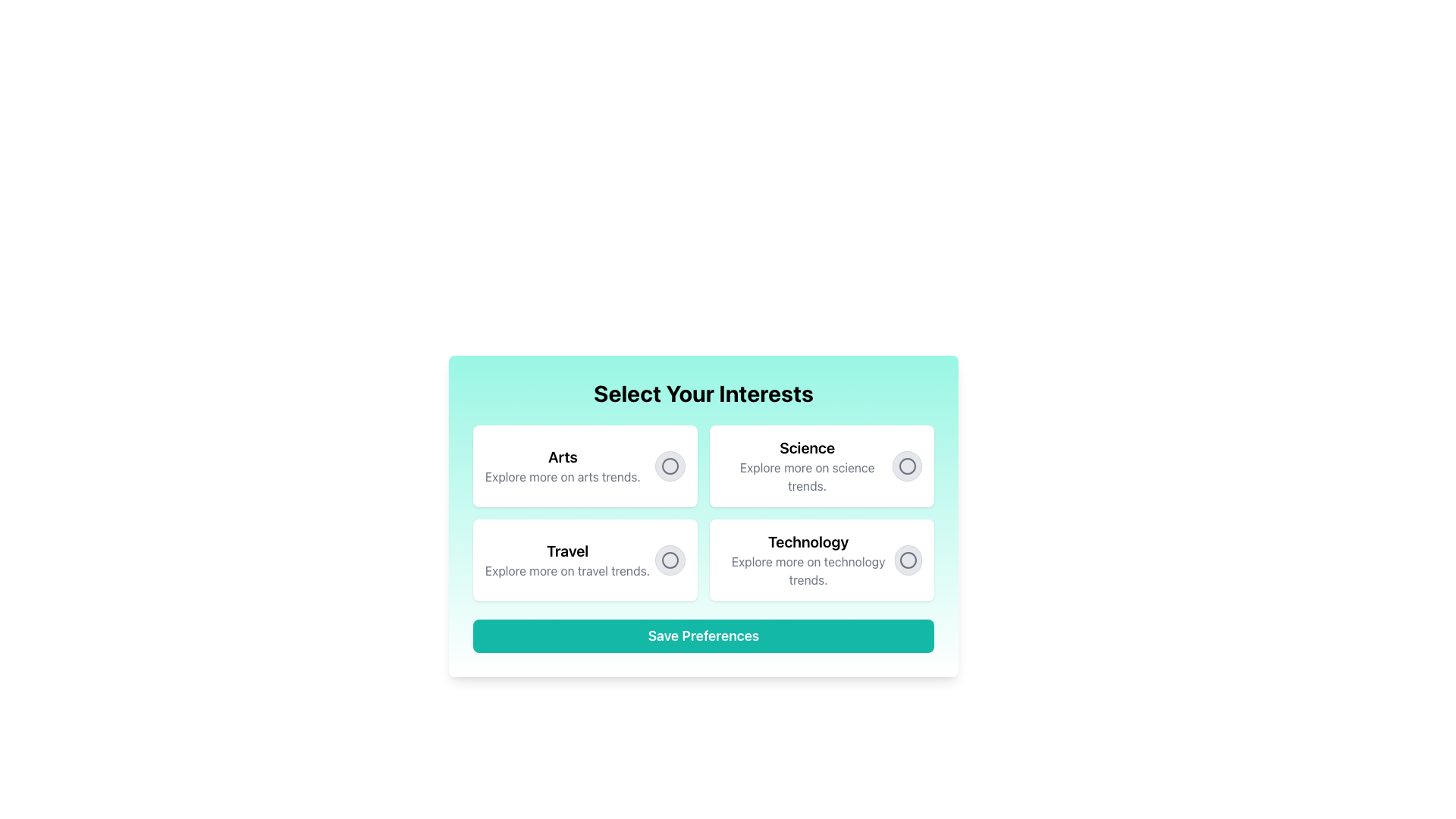 This screenshot has height=819, width=1456. I want to click on the radio button for selecting the 'Science' interest option located in the top-right corner of the block, aligned to the right of the 'Science' label, so click(907, 465).